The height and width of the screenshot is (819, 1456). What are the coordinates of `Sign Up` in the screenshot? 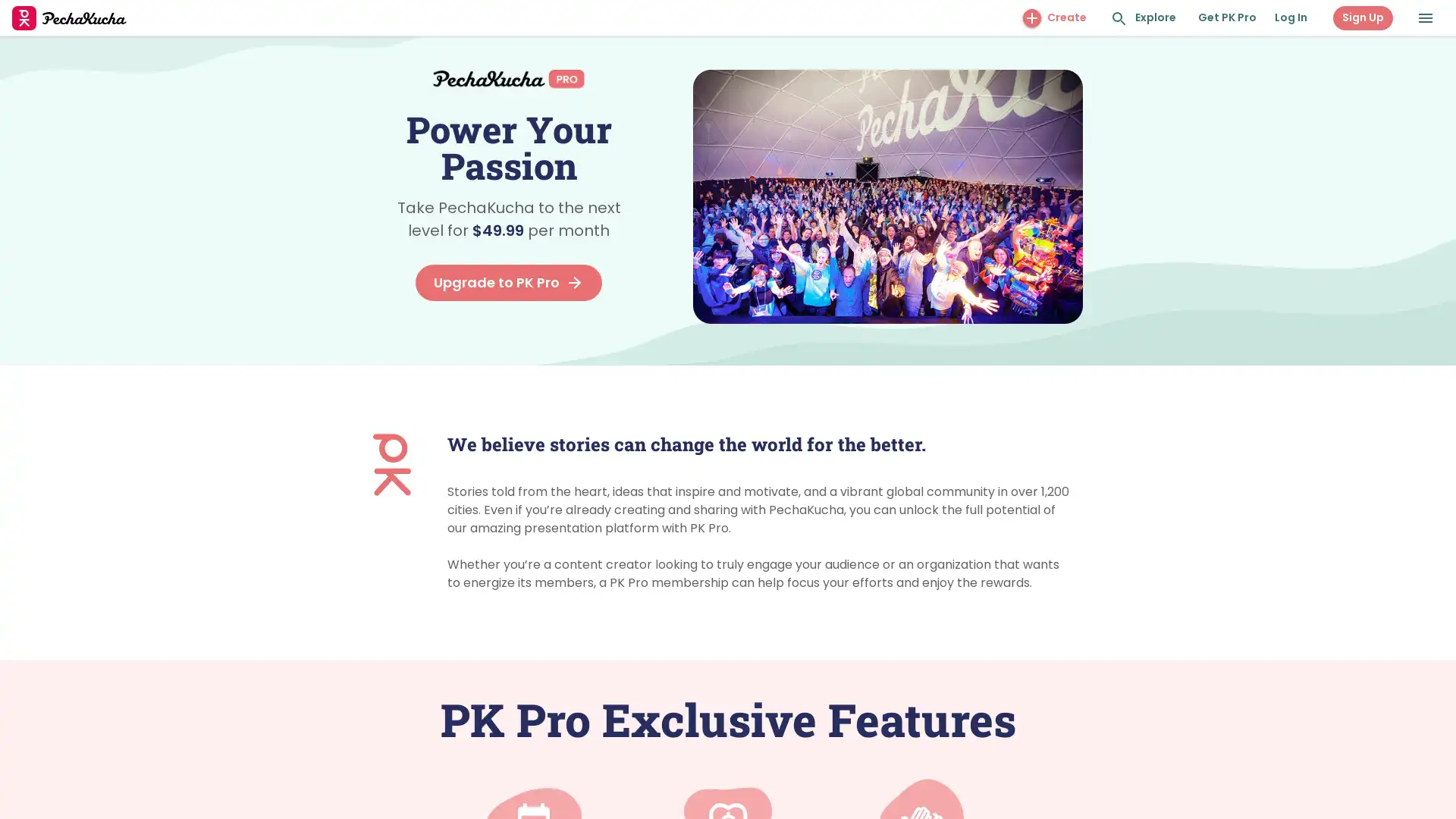 It's located at (1363, 17).